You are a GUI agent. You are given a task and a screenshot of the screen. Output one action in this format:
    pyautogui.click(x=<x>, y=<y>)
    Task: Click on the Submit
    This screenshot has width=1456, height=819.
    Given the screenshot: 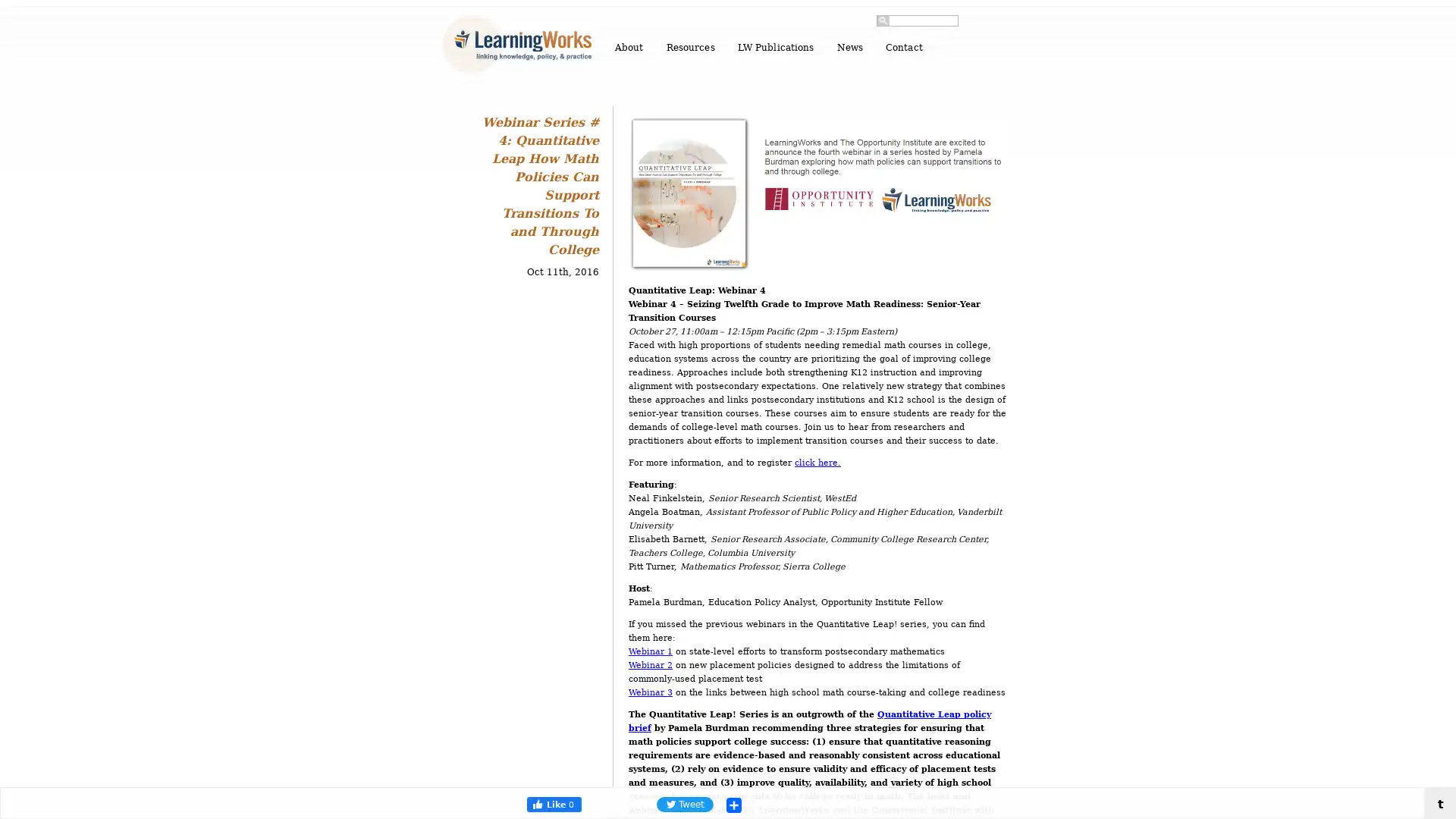 What is the action you would take?
    pyautogui.click(x=883, y=20)
    